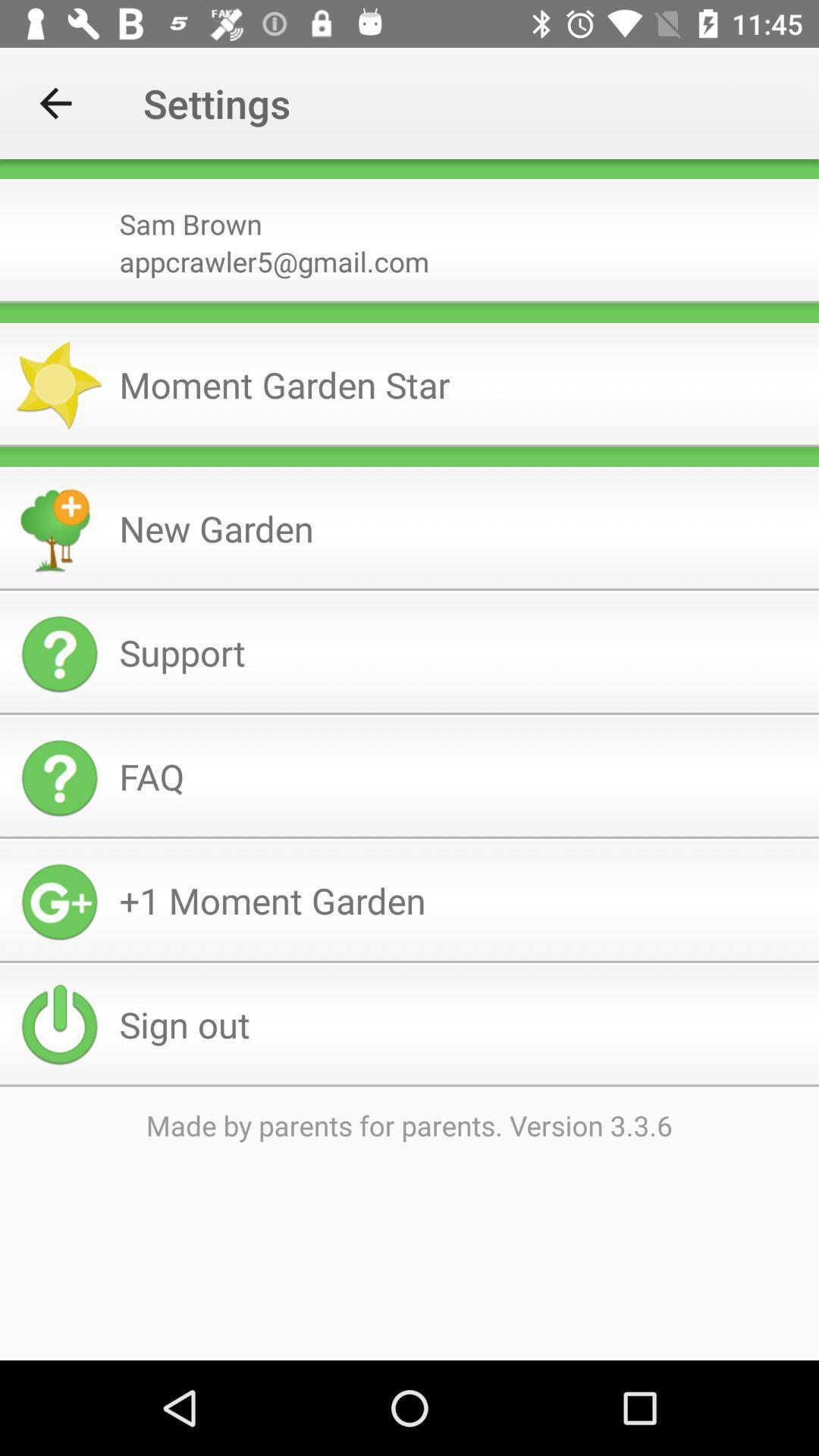  What do you see at coordinates (409, 180) in the screenshot?
I see `the icon below` at bounding box center [409, 180].